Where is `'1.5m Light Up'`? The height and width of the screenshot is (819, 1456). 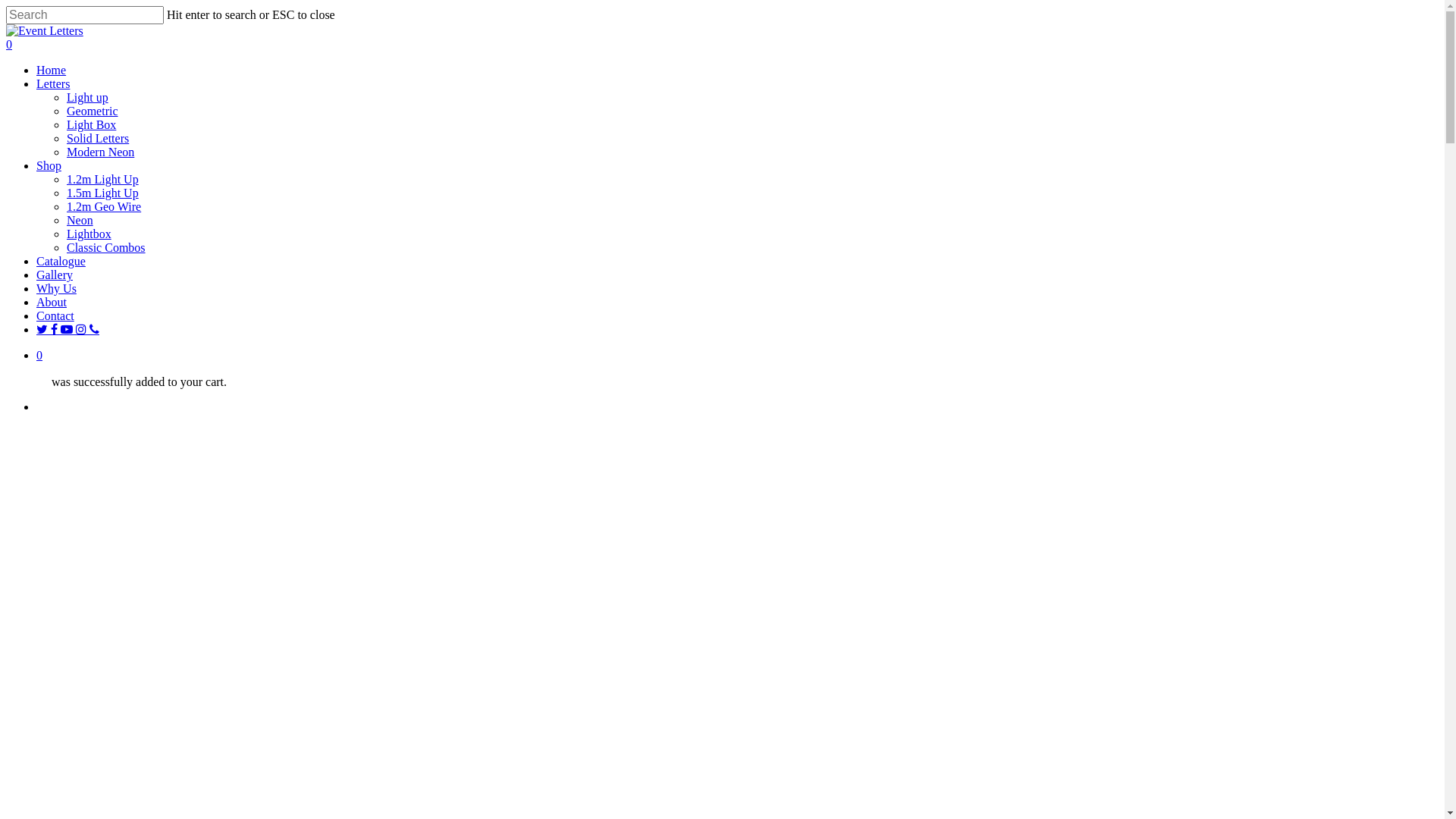
'1.5m Light Up' is located at coordinates (102, 192).